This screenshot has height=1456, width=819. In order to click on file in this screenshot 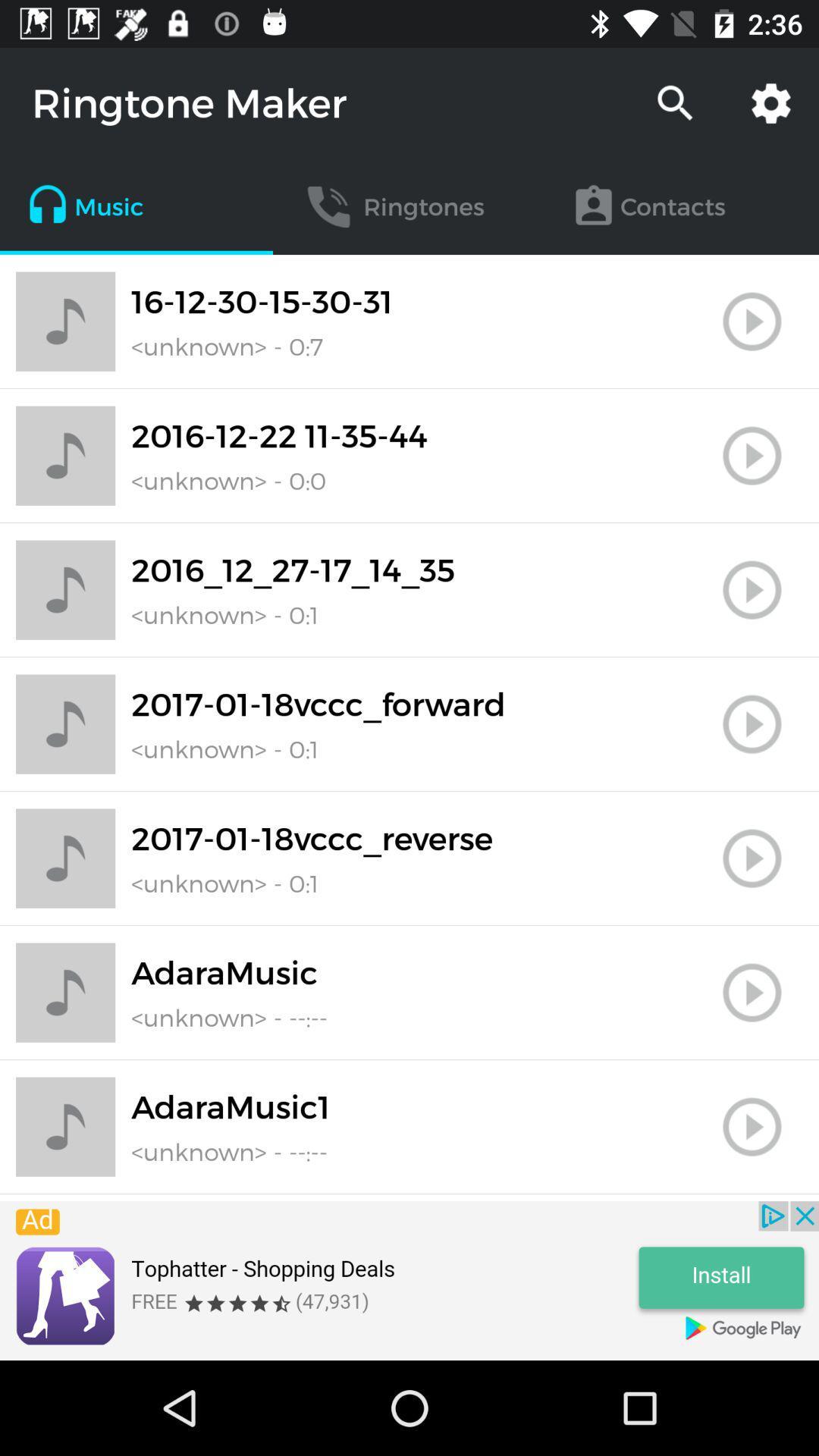, I will do `click(752, 589)`.